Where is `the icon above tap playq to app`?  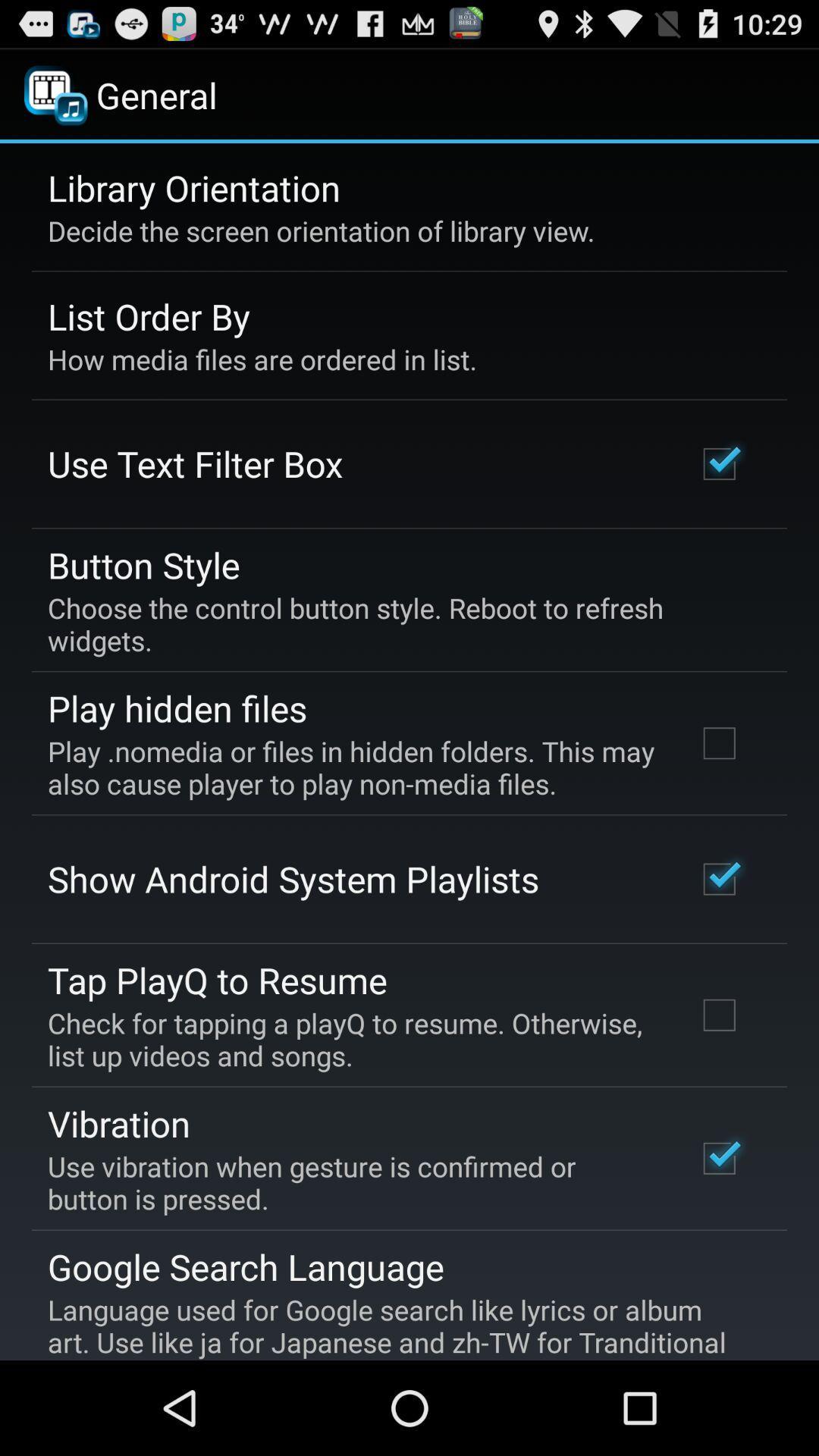
the icon above tap playq to app is located at coordinates (293, 879).